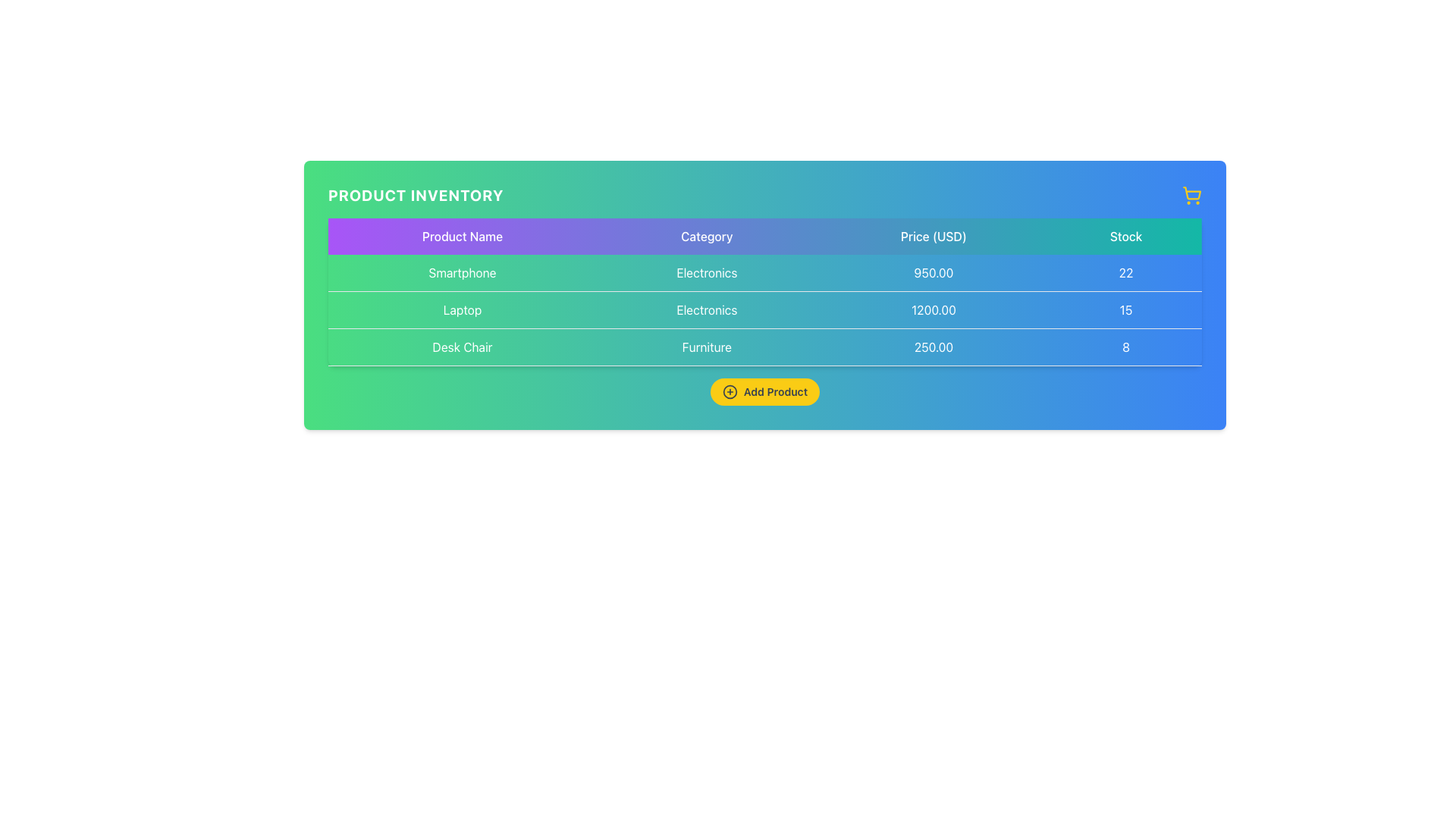  I want to click on the product name text label in the product inventory table, located in the first column below 'Smartphone' and 'Laptop', so click(461, 347).